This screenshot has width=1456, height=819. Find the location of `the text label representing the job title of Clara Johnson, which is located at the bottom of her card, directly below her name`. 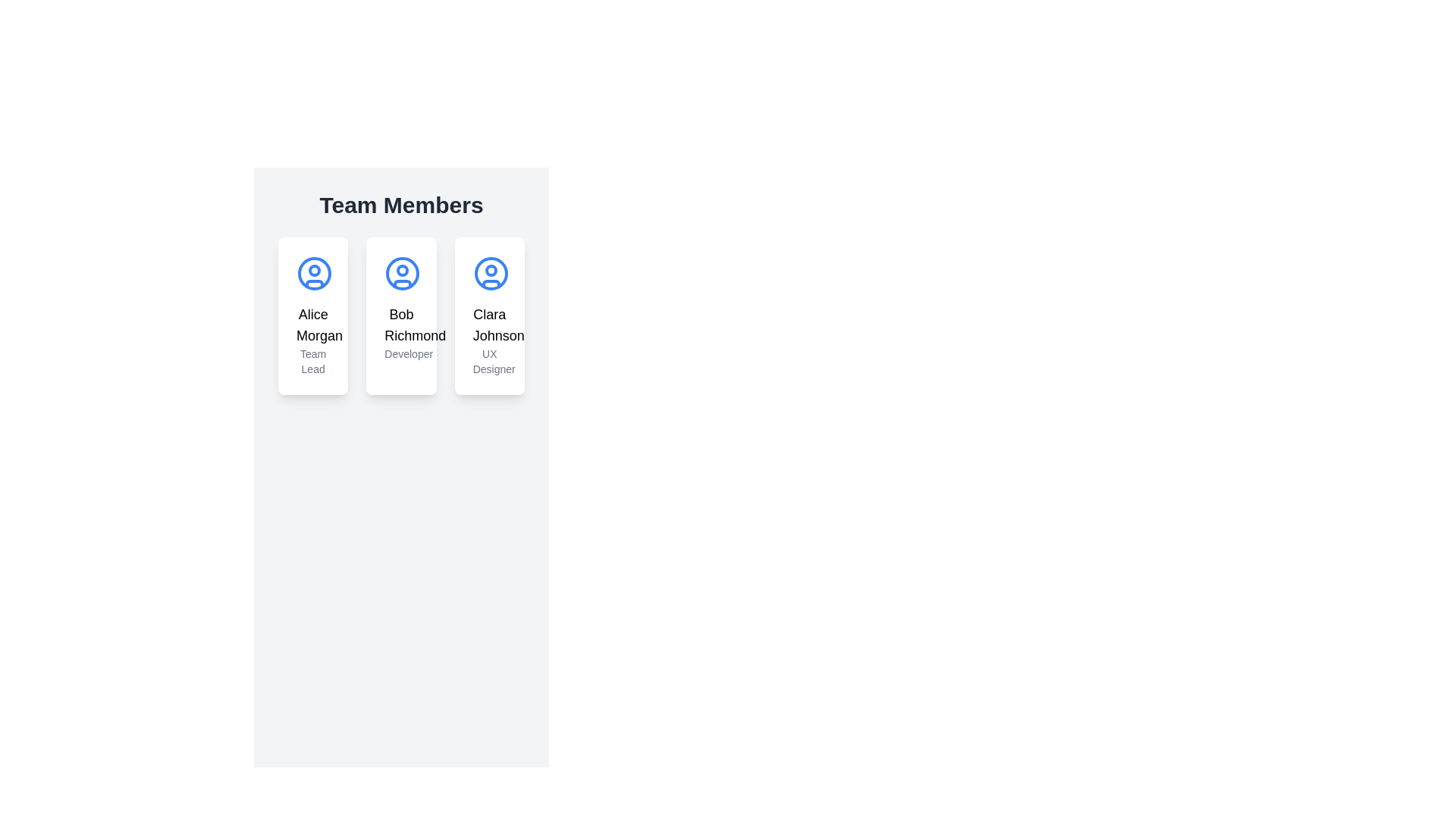

the text label representing the job title of Clara Johnson, which is located at the bottom of her card, directly below her name is located at coordinates (489, 362).